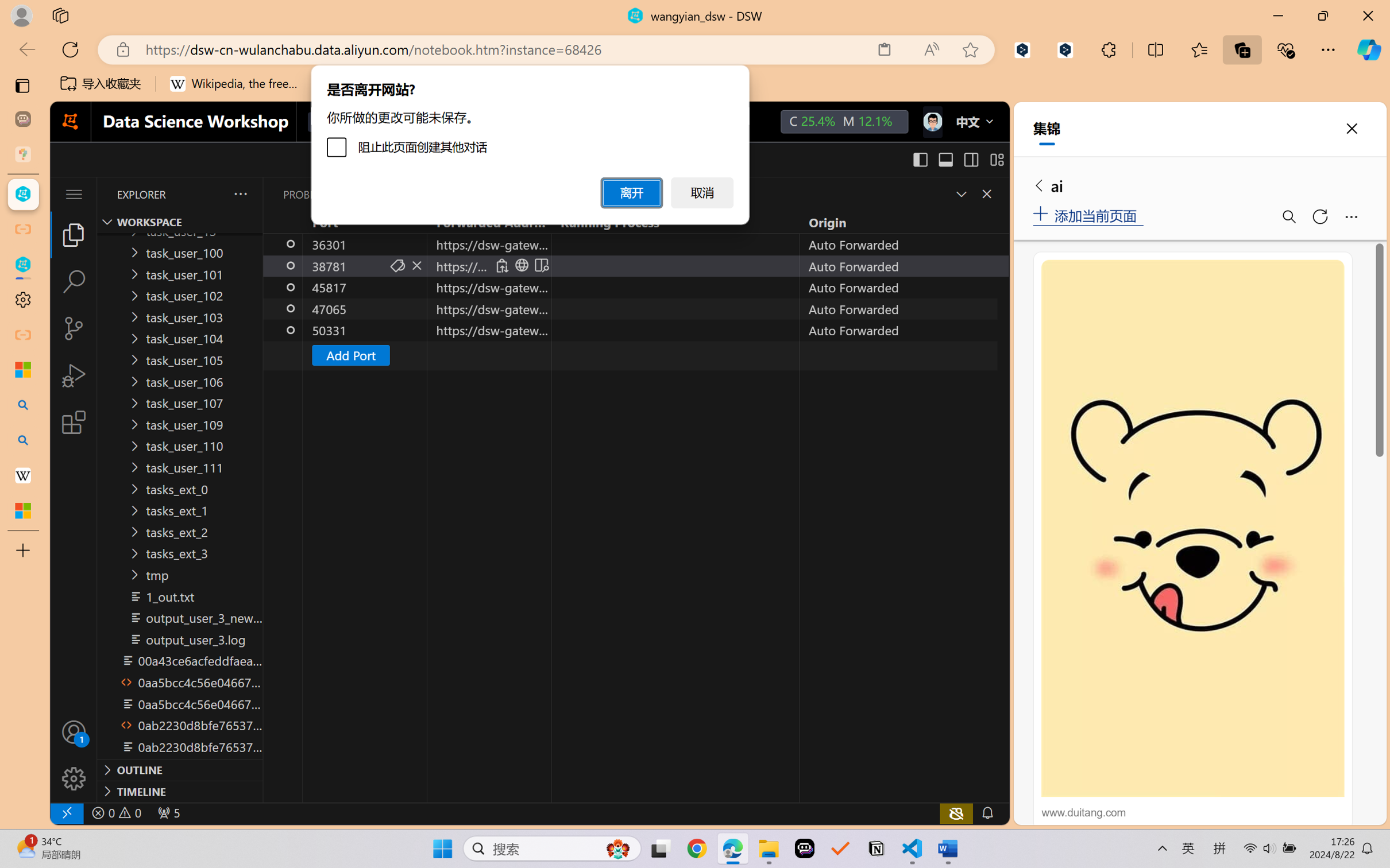 This screenshot has height=868, width=1390. I want to click on 'Copilot (Ctrl+Shift+.)', so click(1369, 49).